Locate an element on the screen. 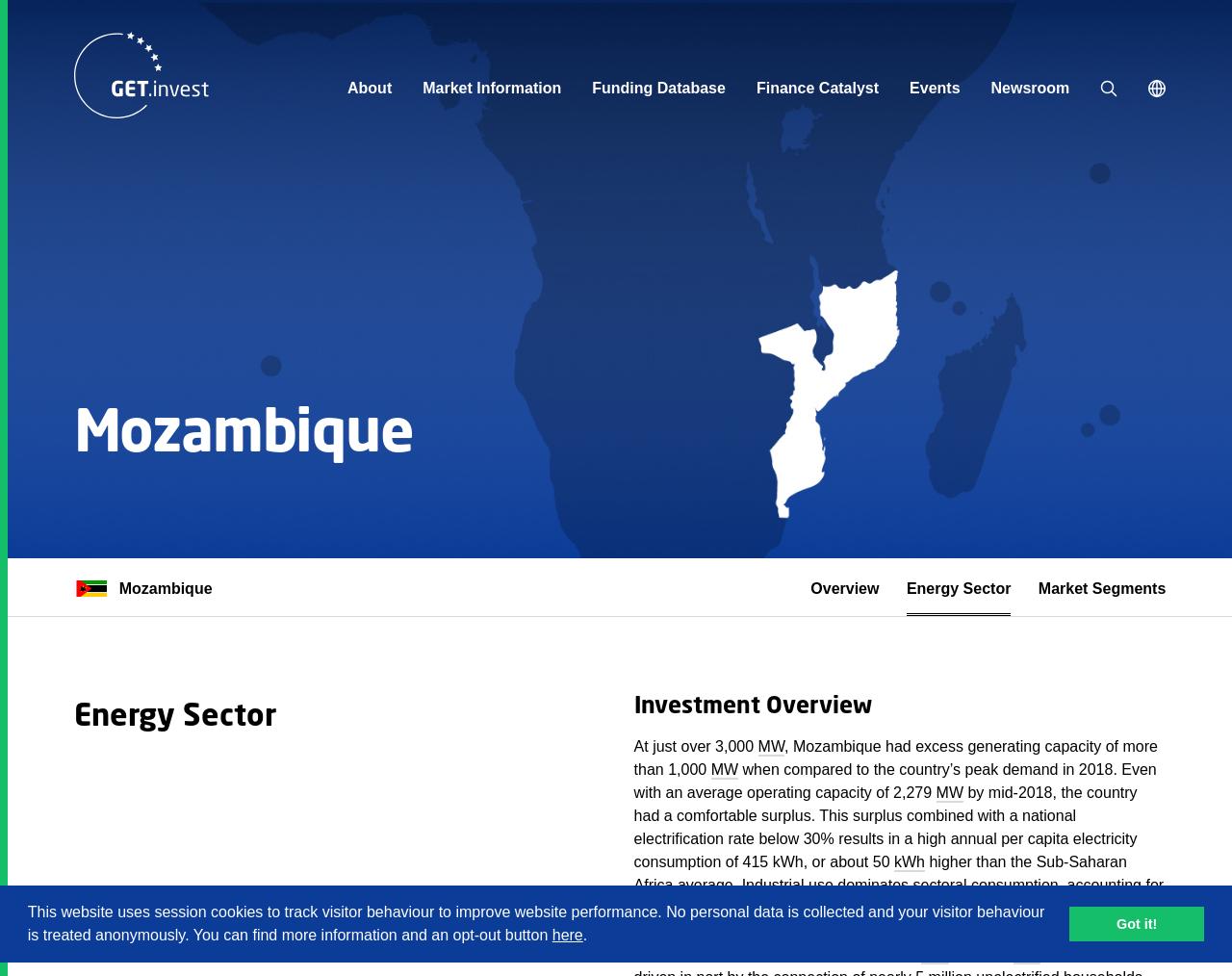 Image resolution: width=1232 pixels, height=976 pixels. 'to 2,750' is located at coordinates (980, 954).